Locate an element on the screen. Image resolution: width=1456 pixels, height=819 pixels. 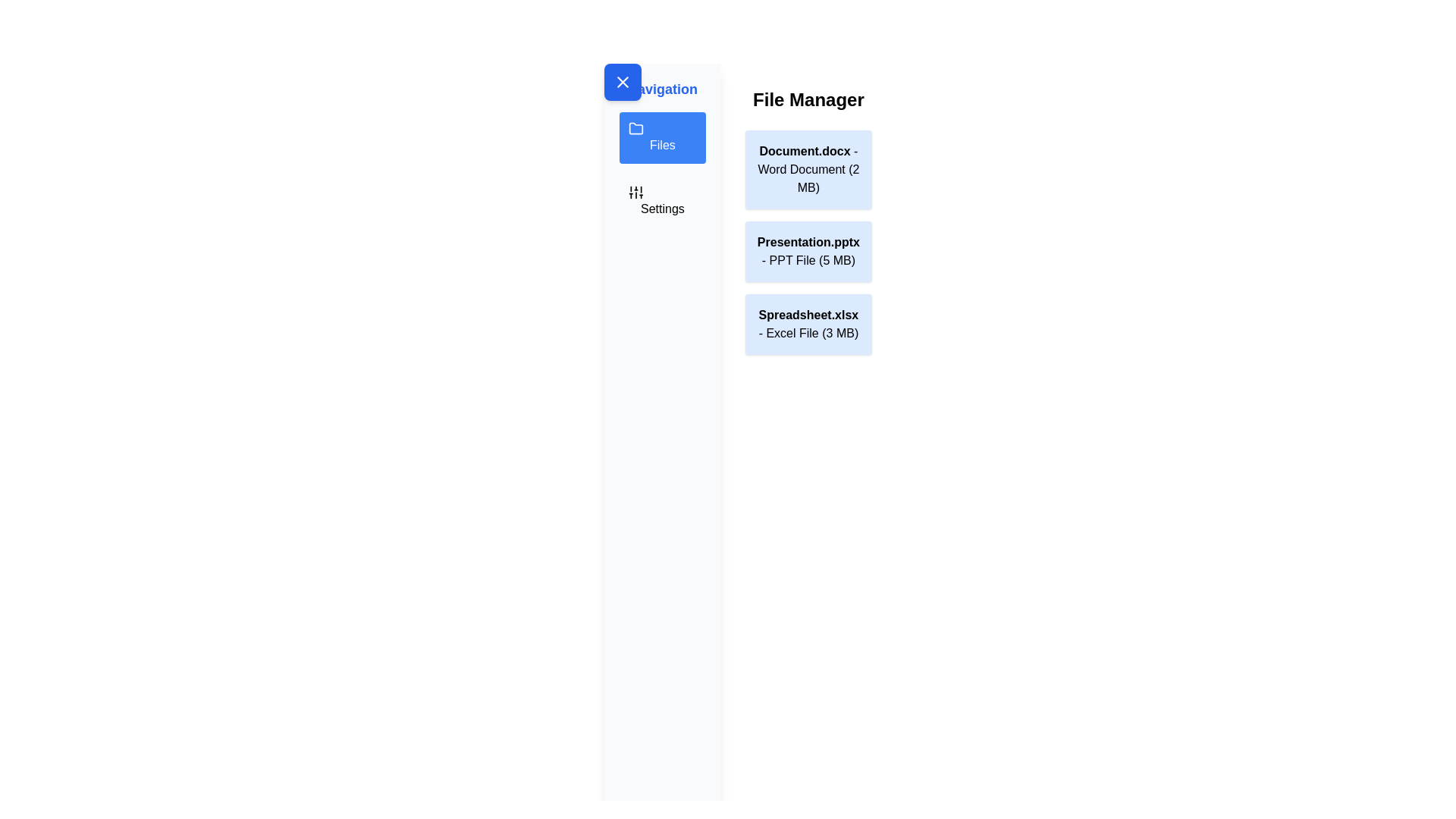
the text label displaying 'Presentation.pptx' is located at coordinates (808, 241).